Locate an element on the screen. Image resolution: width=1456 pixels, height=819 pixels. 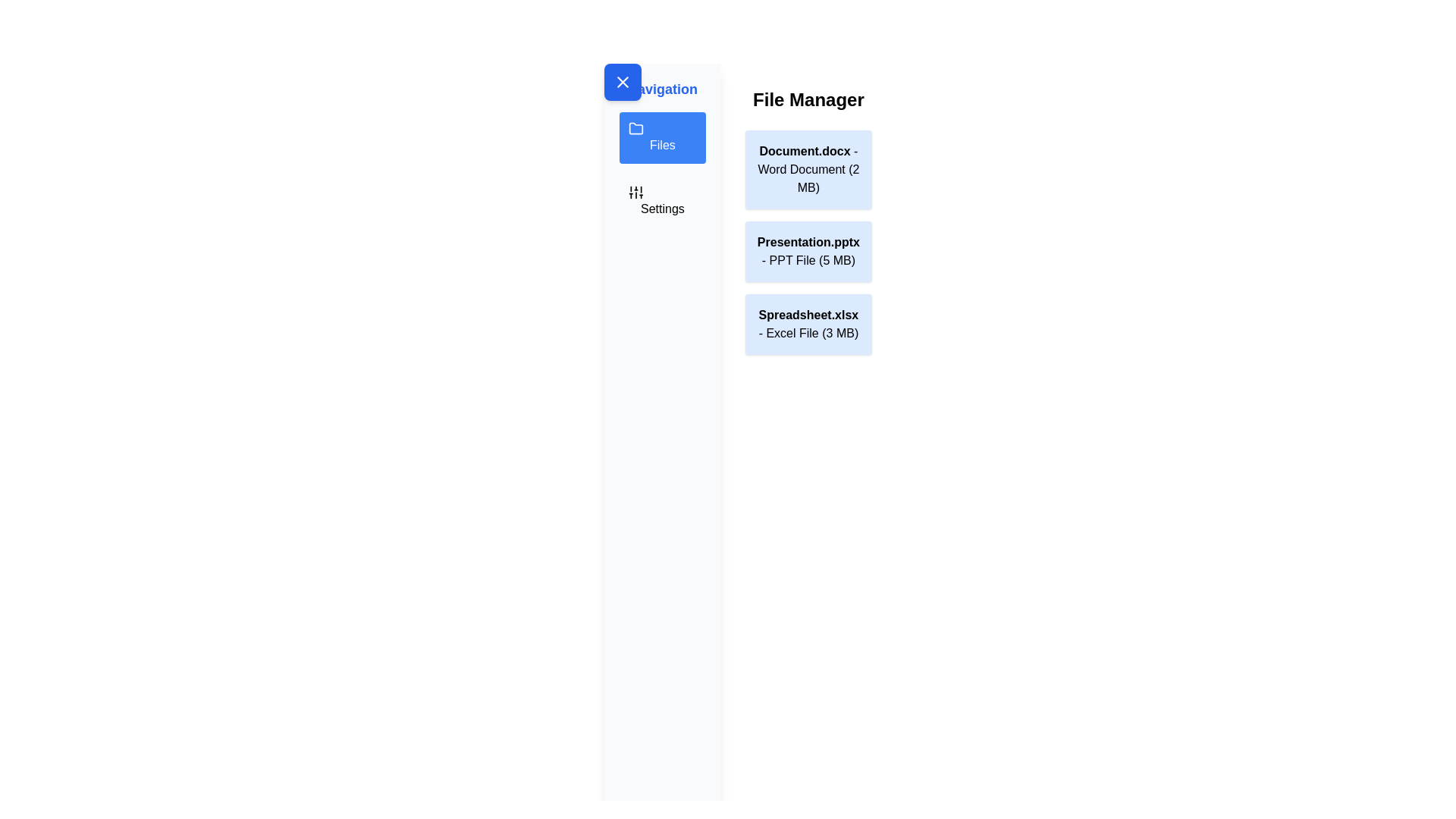
the text label displaying 'Presentation.pptx' is located at coordinates (808, 241).